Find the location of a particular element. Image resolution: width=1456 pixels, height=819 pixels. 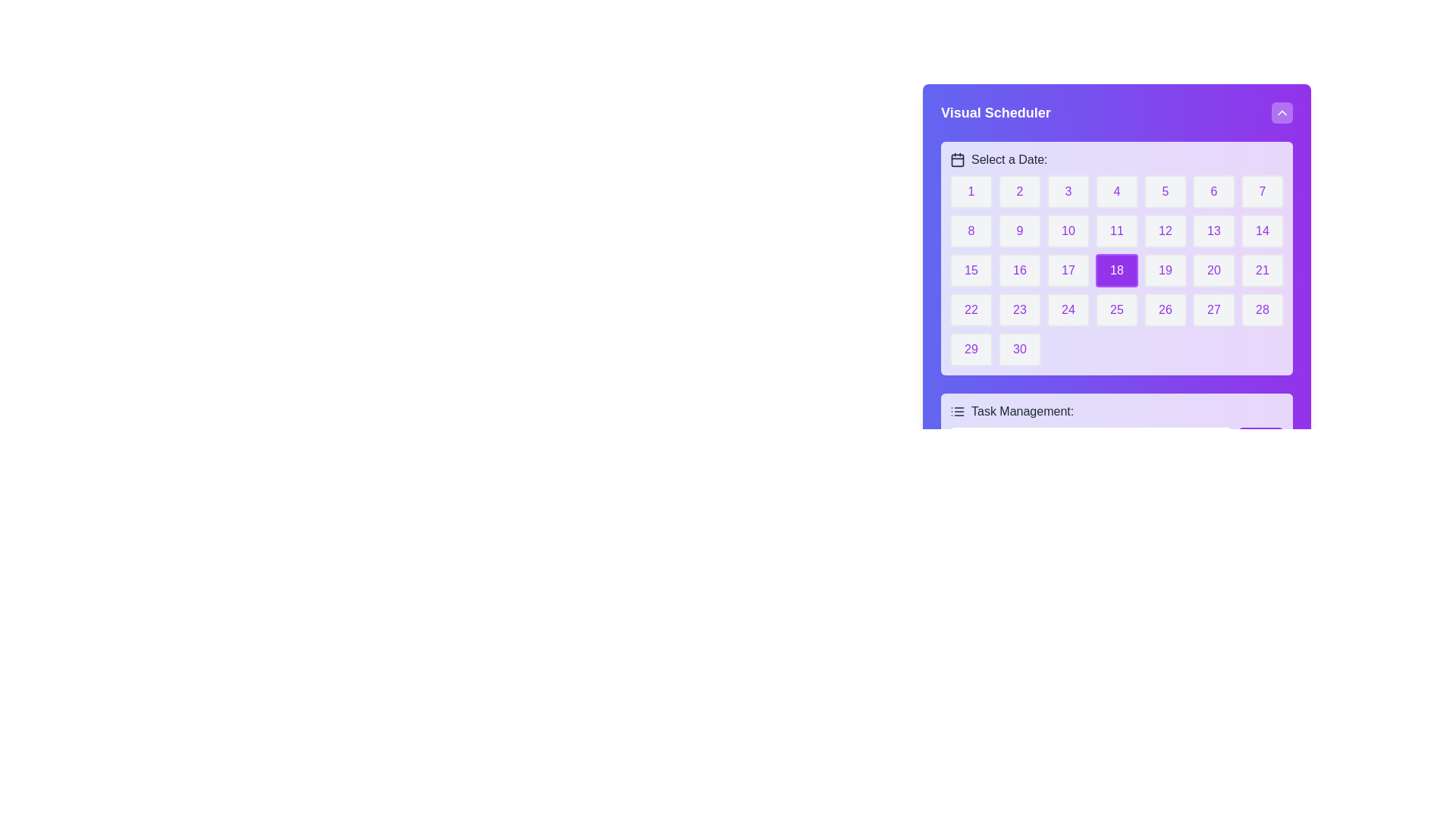

the 'Add' button in the task management input section located beneath the grid of calendar dates labeled 'Select a Date:' is located at coordinates (1117, 436).